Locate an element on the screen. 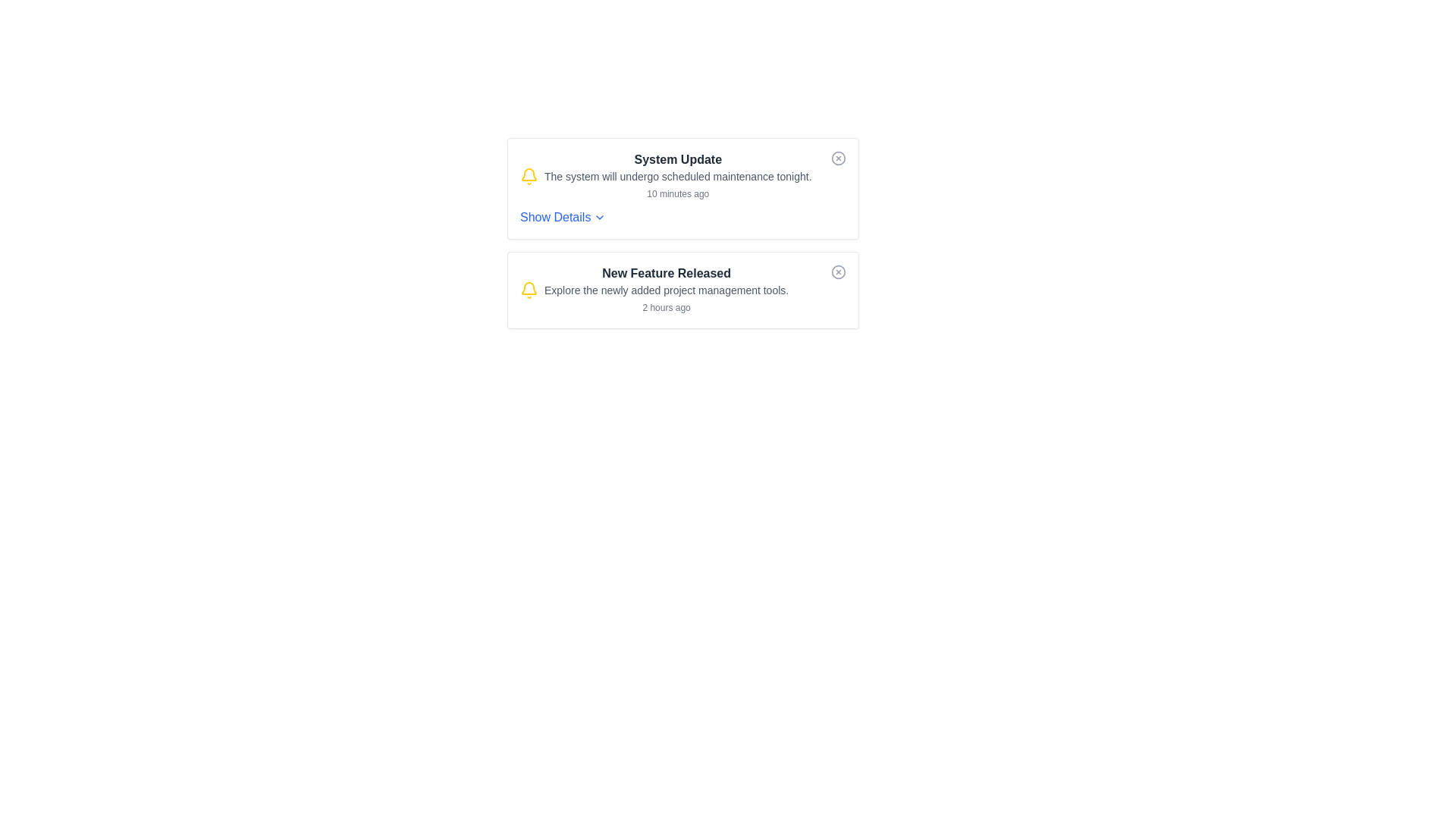 The image size is (1456, 819). the text label displaying 'Explore the newly added project management tools.' located in the second notification card, below the title 'New Feature Released' is located at coordinates (667, 290).